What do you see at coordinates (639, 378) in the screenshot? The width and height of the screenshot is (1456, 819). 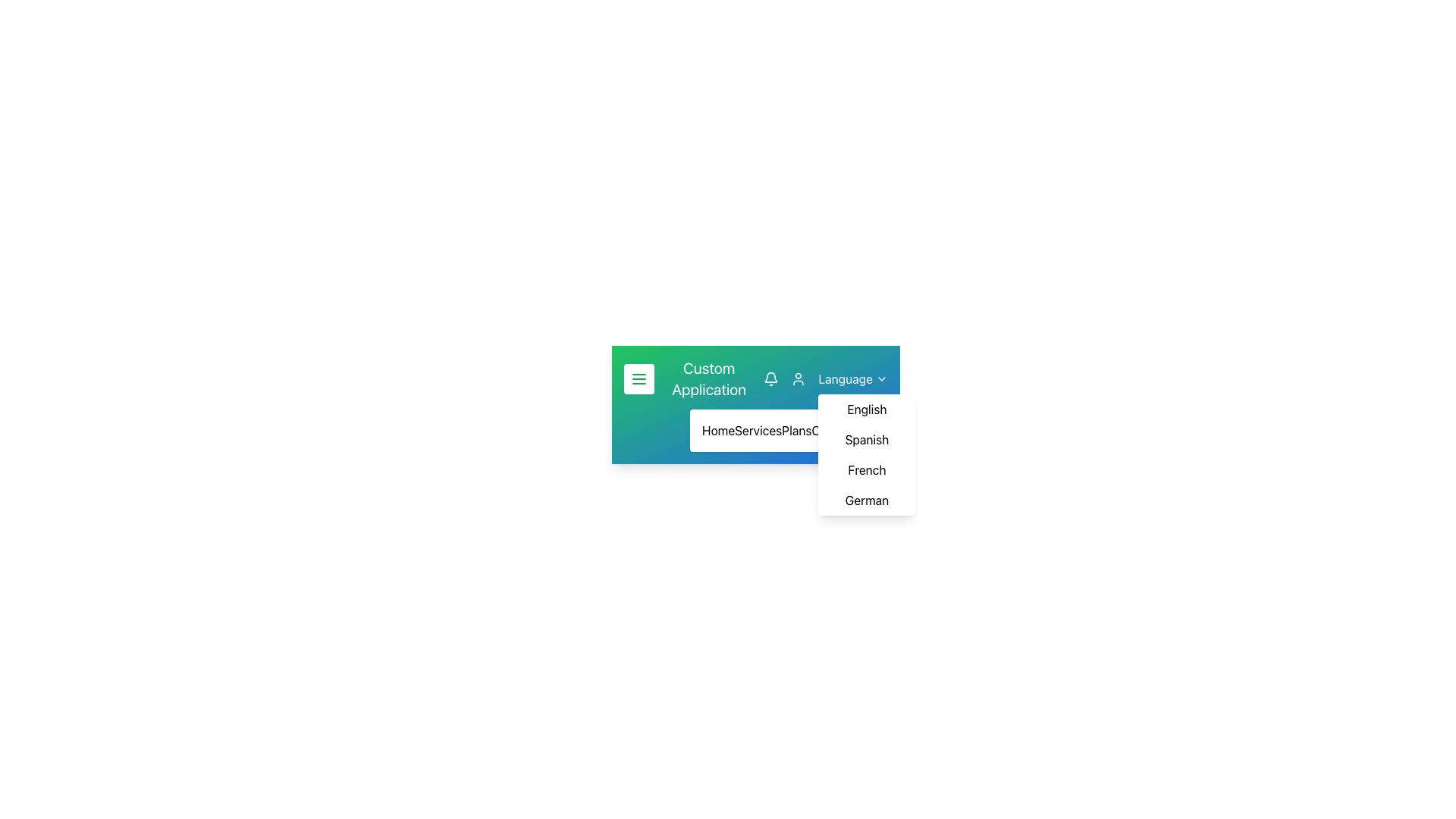 I see `the menu icon button located in the header bar of the interface` at bounding box center [639, 378].